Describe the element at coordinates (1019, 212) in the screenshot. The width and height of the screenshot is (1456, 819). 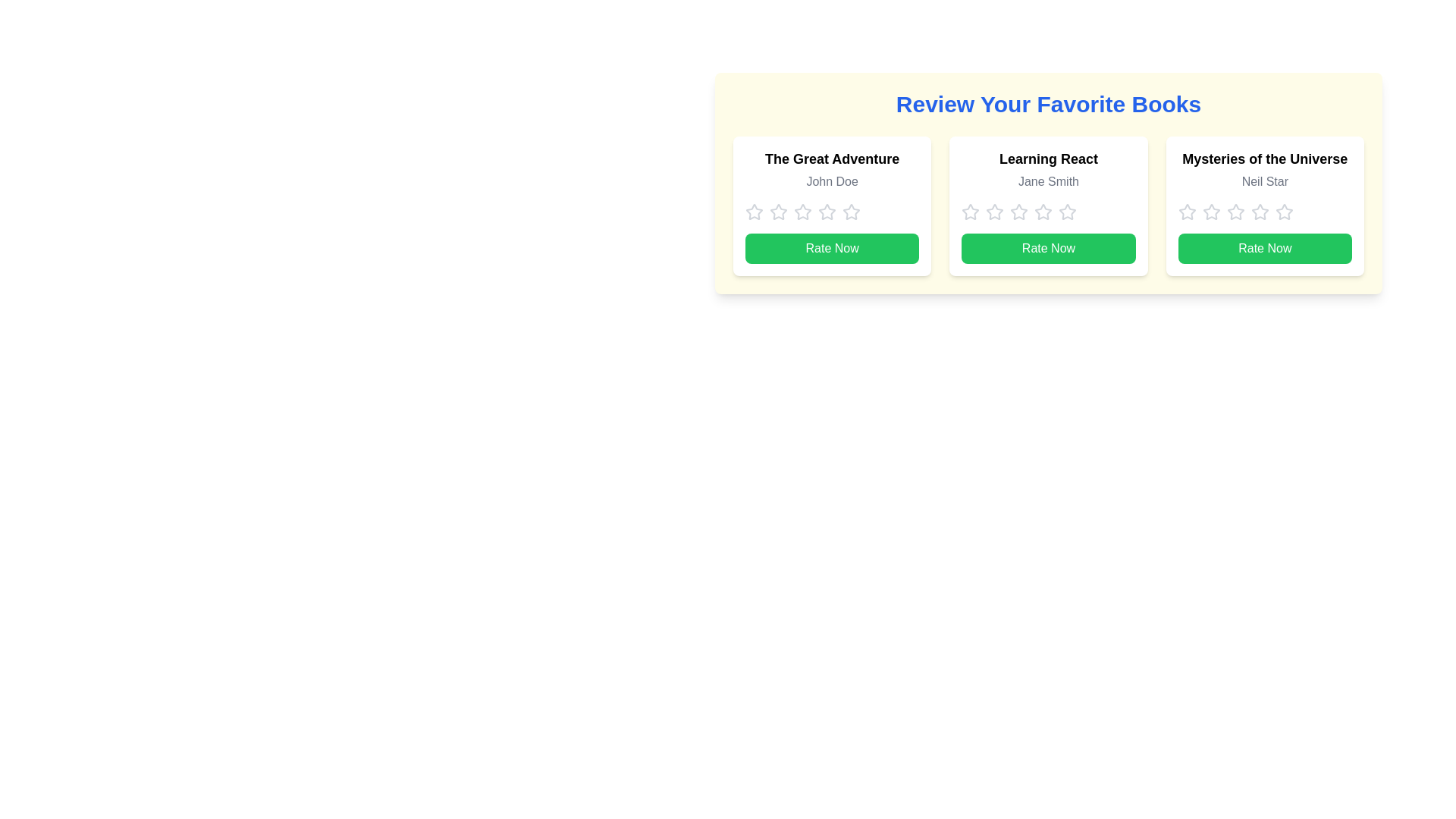
I see `the second star in the rating row for the book 'Learning React' by Jane Smith` at that location.